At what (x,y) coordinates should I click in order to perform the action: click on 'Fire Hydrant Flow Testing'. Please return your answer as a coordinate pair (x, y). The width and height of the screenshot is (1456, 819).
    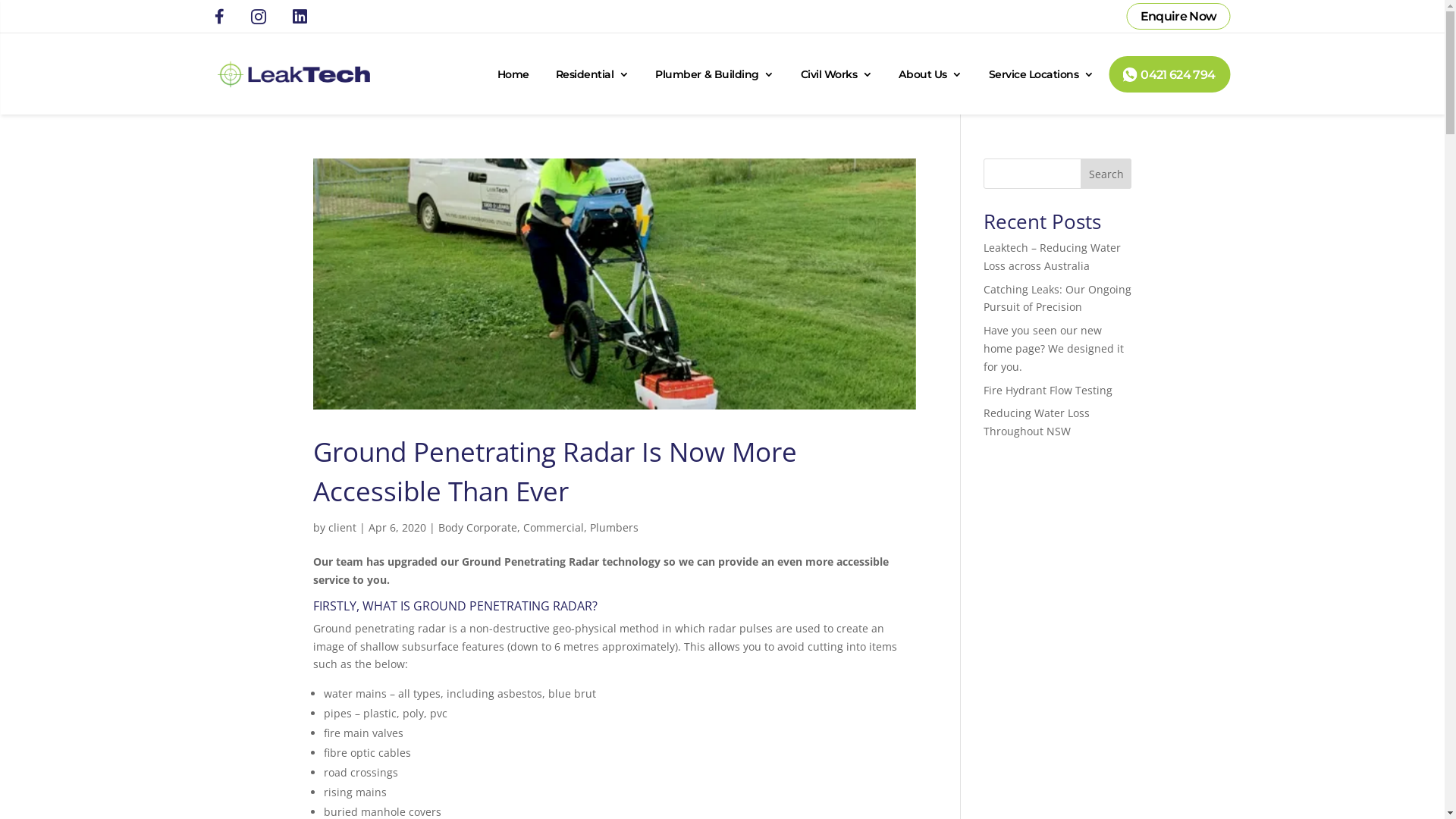
    Looking at the image, I should click on (983, 389).